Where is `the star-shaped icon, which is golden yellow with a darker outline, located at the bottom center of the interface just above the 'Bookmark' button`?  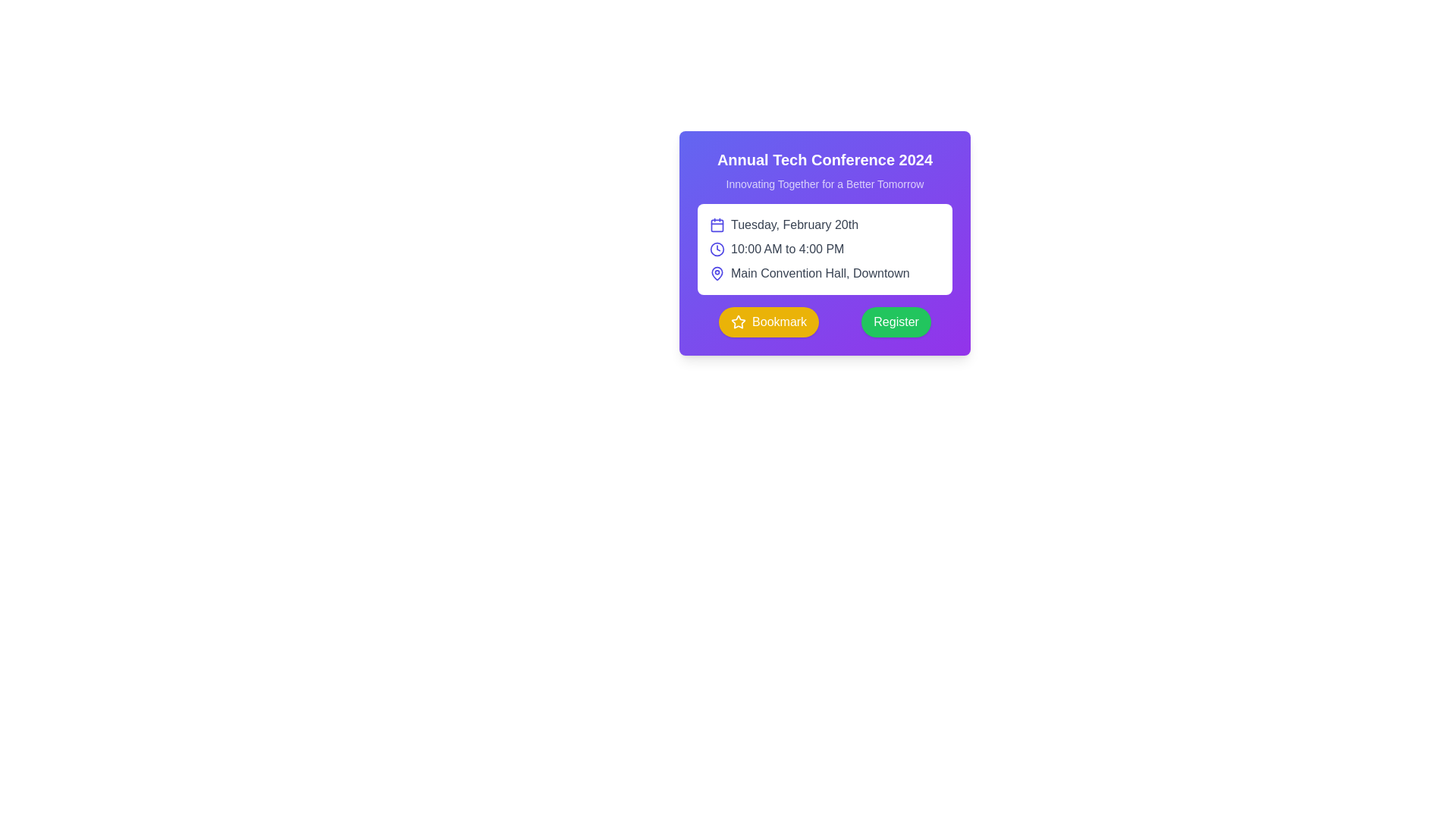 the star-shaped icon, which is golden yellow with a darker outline, located at the bottom center of the interface just above the 'Bookmark' button is located at coordinates (739, 321).